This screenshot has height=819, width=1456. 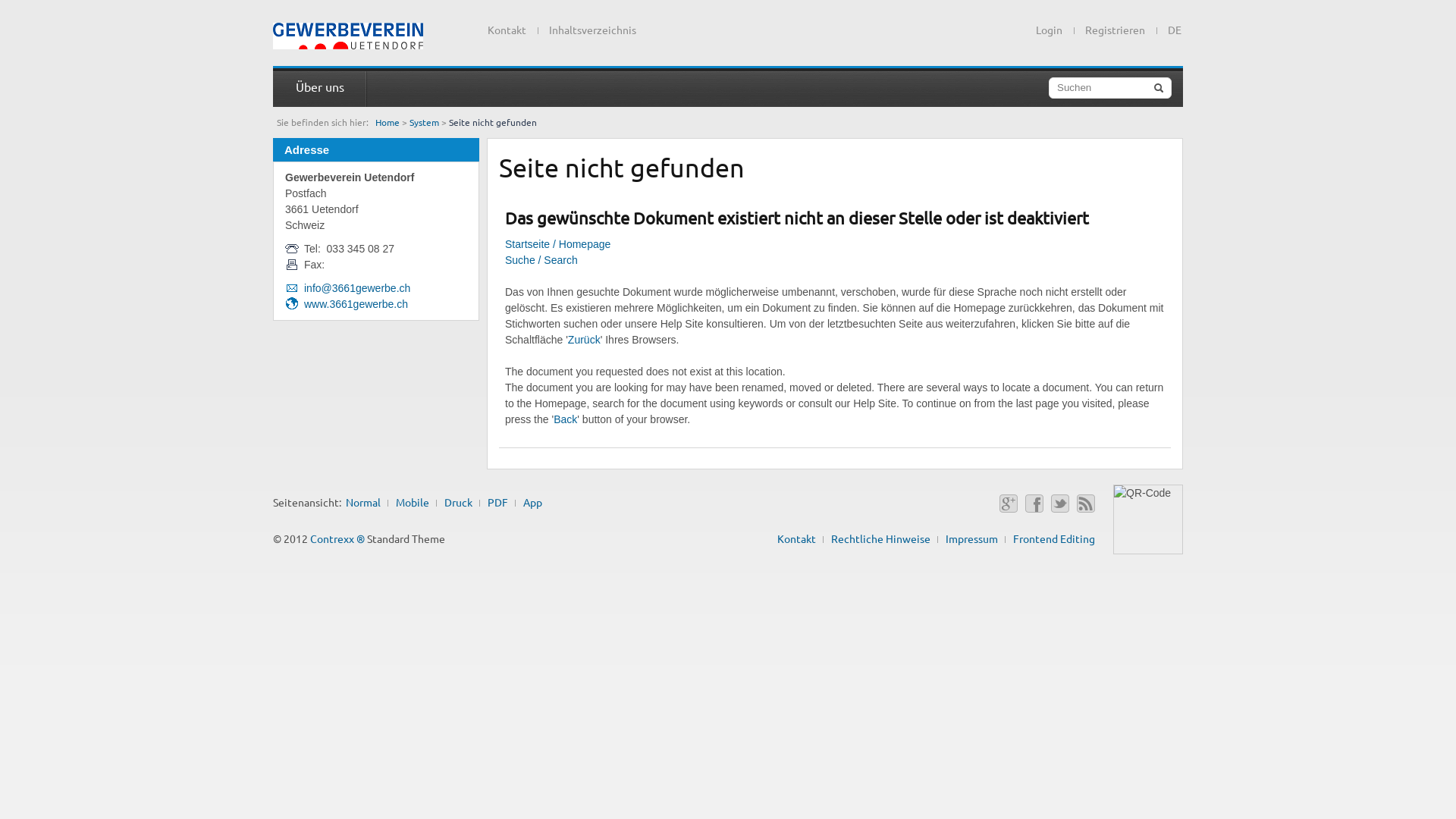 What do you see at coordinates (303, 304) in the screenshot?
I see `'www.3661gewerbe.ch'` at bounding box center [303, 304].